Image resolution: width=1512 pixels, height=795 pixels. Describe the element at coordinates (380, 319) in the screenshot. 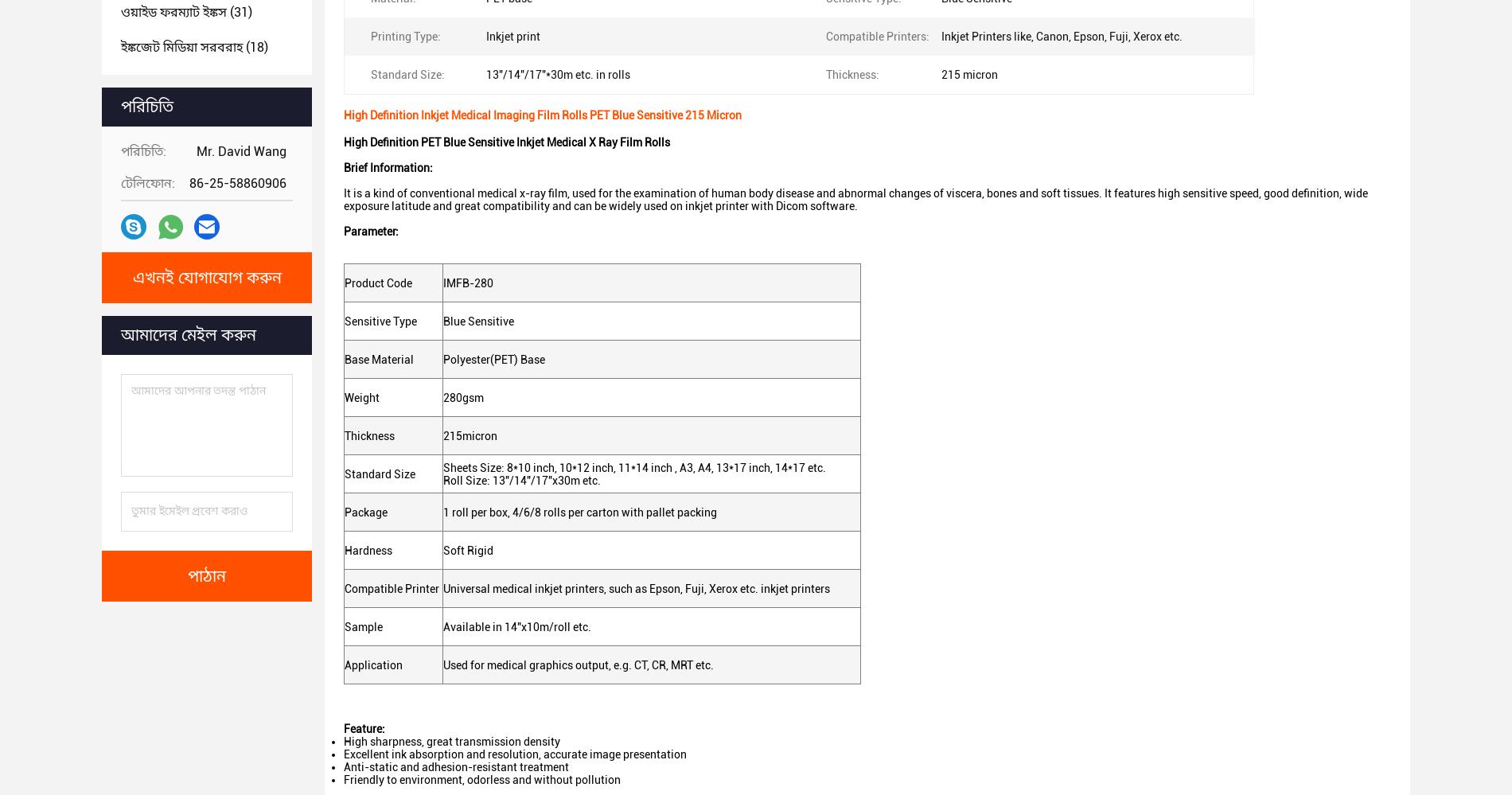

I see `'Sensitive Type'` at that location.